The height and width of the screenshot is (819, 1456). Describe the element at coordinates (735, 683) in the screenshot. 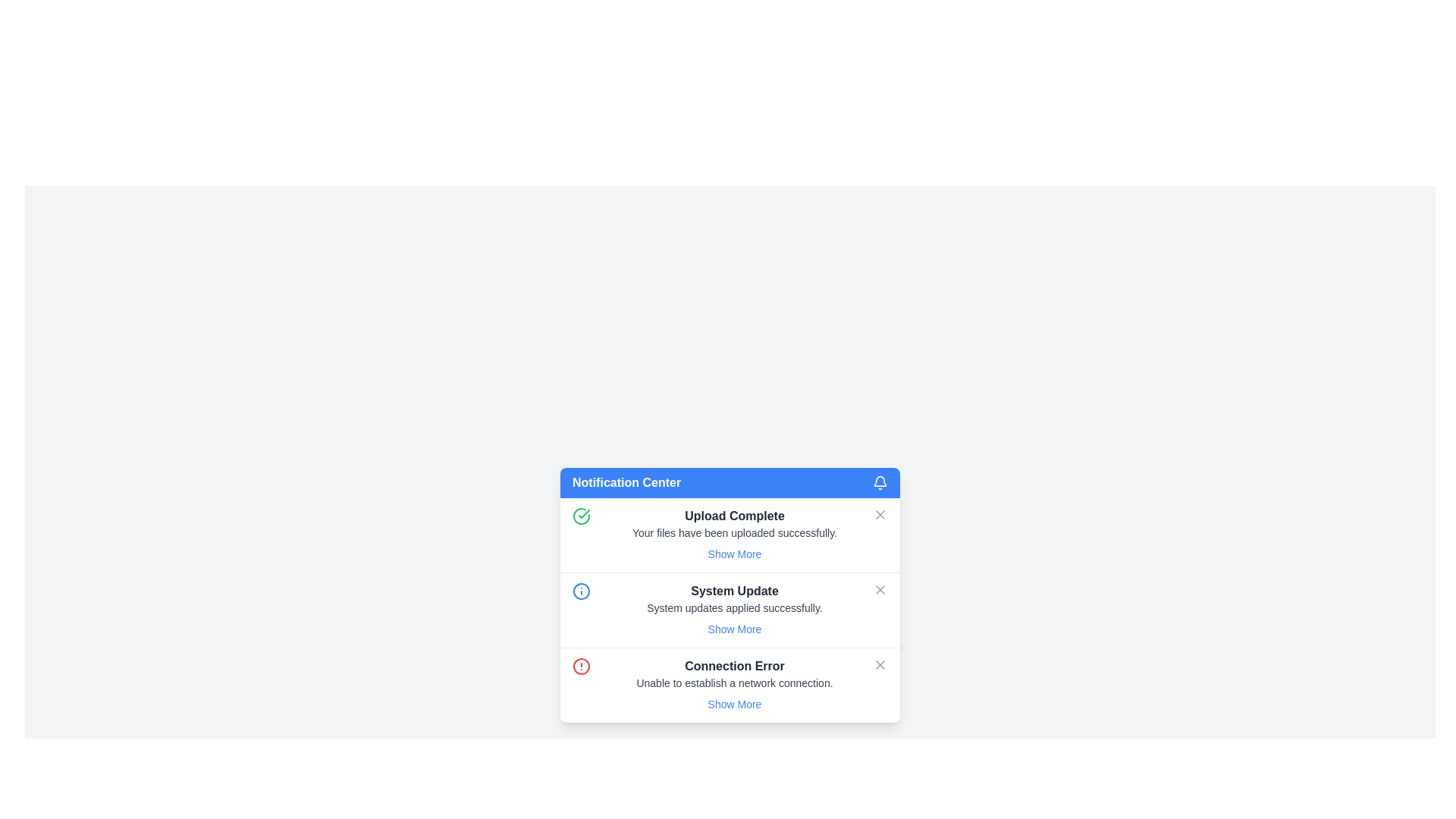

I see `the error message text label that describes the failed network connectivity, which is located below the title 'Connection Error' and above the 'Show More' link` at that location.